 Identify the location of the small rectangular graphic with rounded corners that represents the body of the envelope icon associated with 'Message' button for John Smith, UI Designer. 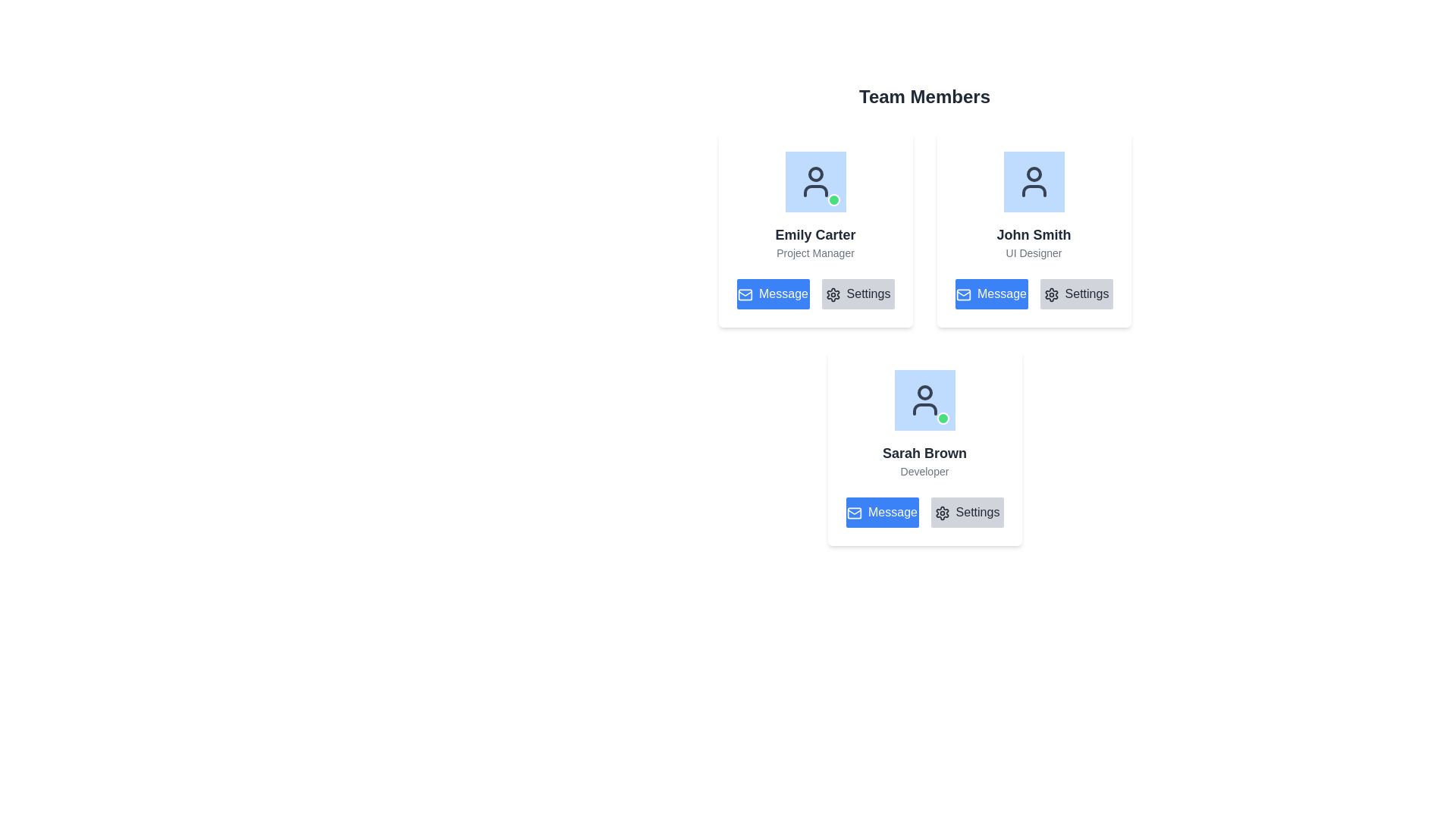
(963, 294).